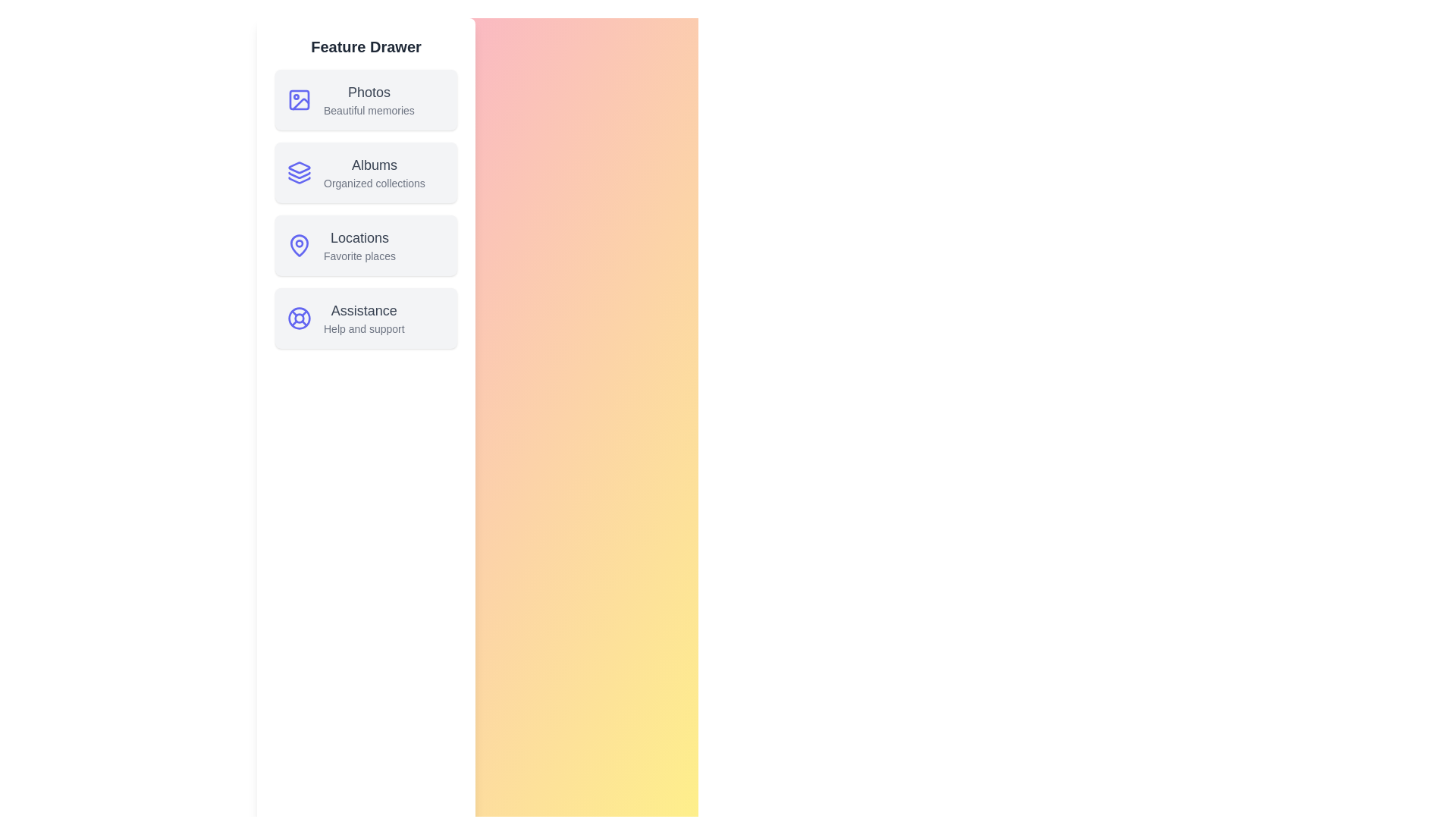 The width and height of the screenshot is (1456, 819). Describe the element at coordinates (366, 318) in the screenshot. I see `the feature item Assistance from the StylishDrawer` at that location.